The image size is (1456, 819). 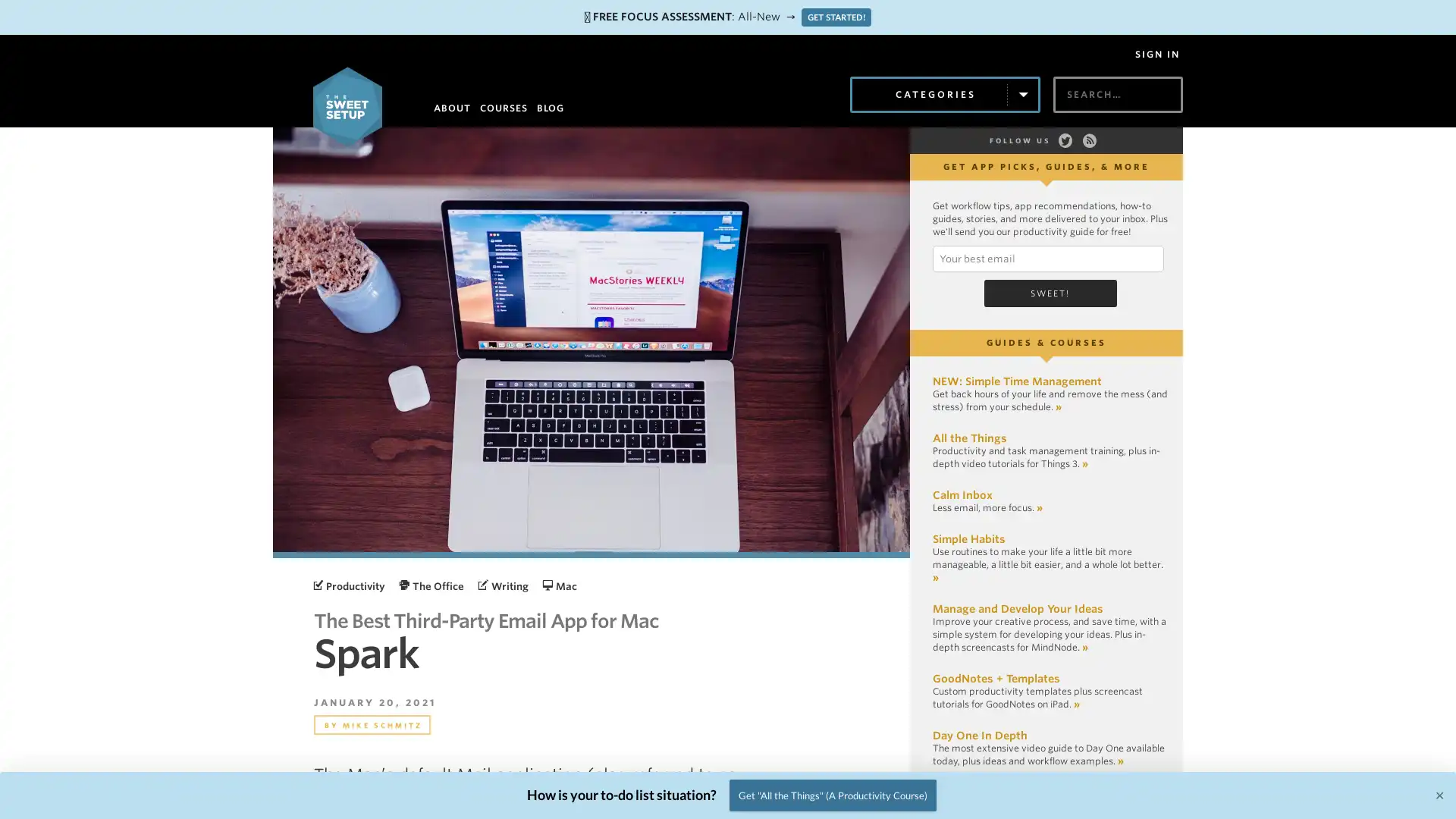 I want to click on Sweet!, so click(x=1049, y=293).